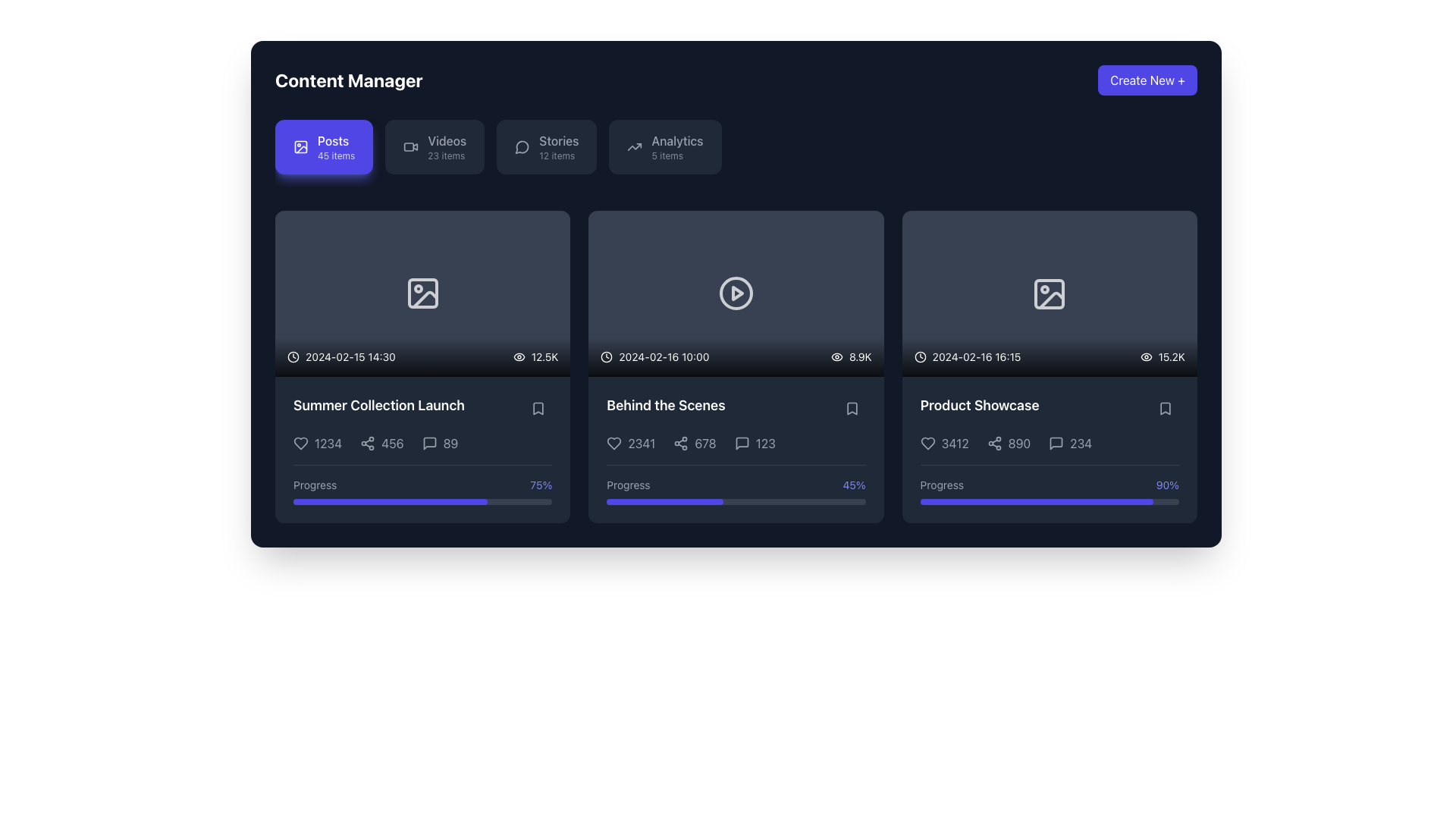  What do you see at coordinates (954, 444) in the screenshot?
I see `numerical value '3412' displayed in medium-gray color on the bottom right corner of the 'Product Showcase' card, positioned after the heart-shaped icon` at bounding box center [954, 444].